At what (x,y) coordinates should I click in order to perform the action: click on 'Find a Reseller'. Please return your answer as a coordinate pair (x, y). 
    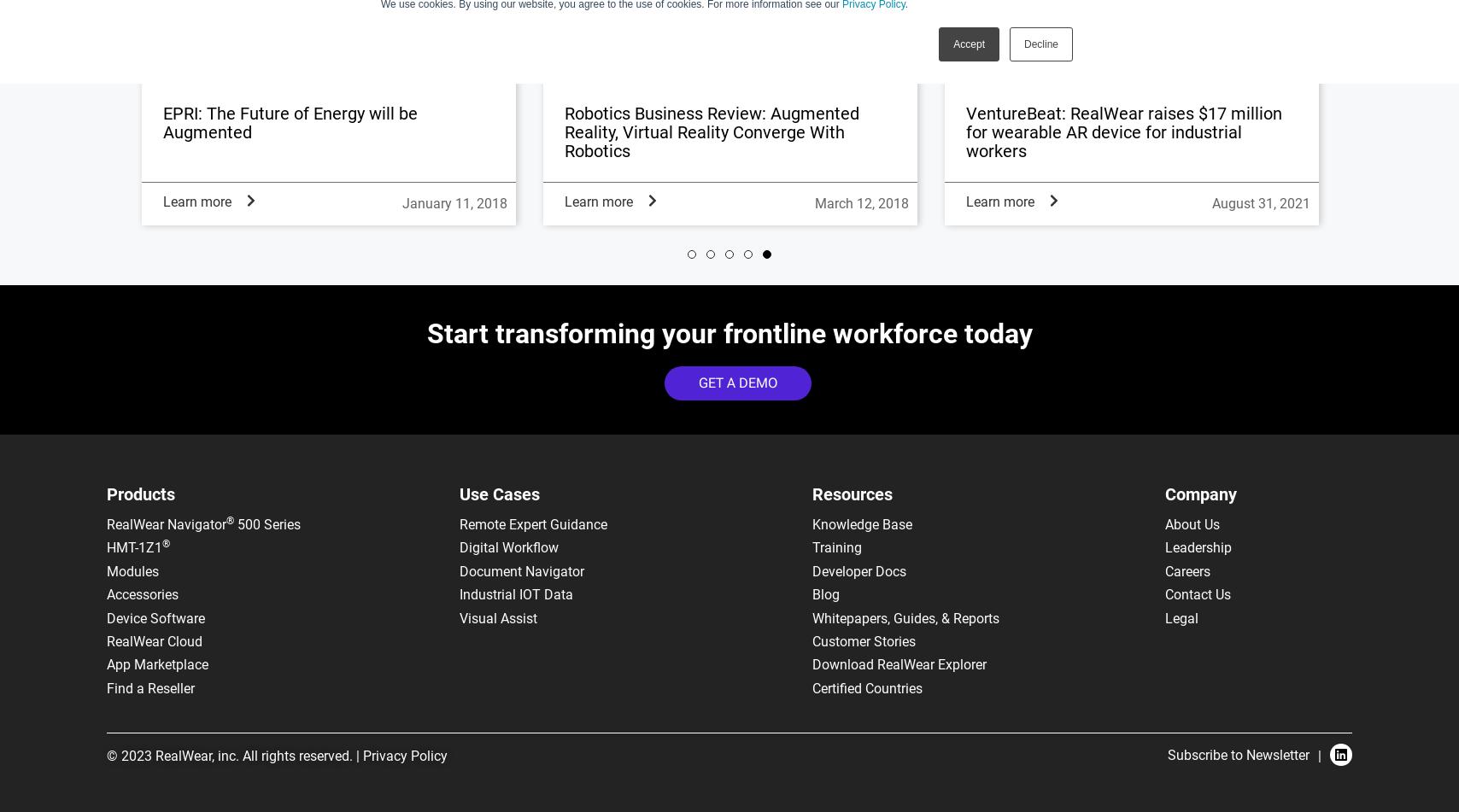
    Looking at the image, I should click on (150, 686).